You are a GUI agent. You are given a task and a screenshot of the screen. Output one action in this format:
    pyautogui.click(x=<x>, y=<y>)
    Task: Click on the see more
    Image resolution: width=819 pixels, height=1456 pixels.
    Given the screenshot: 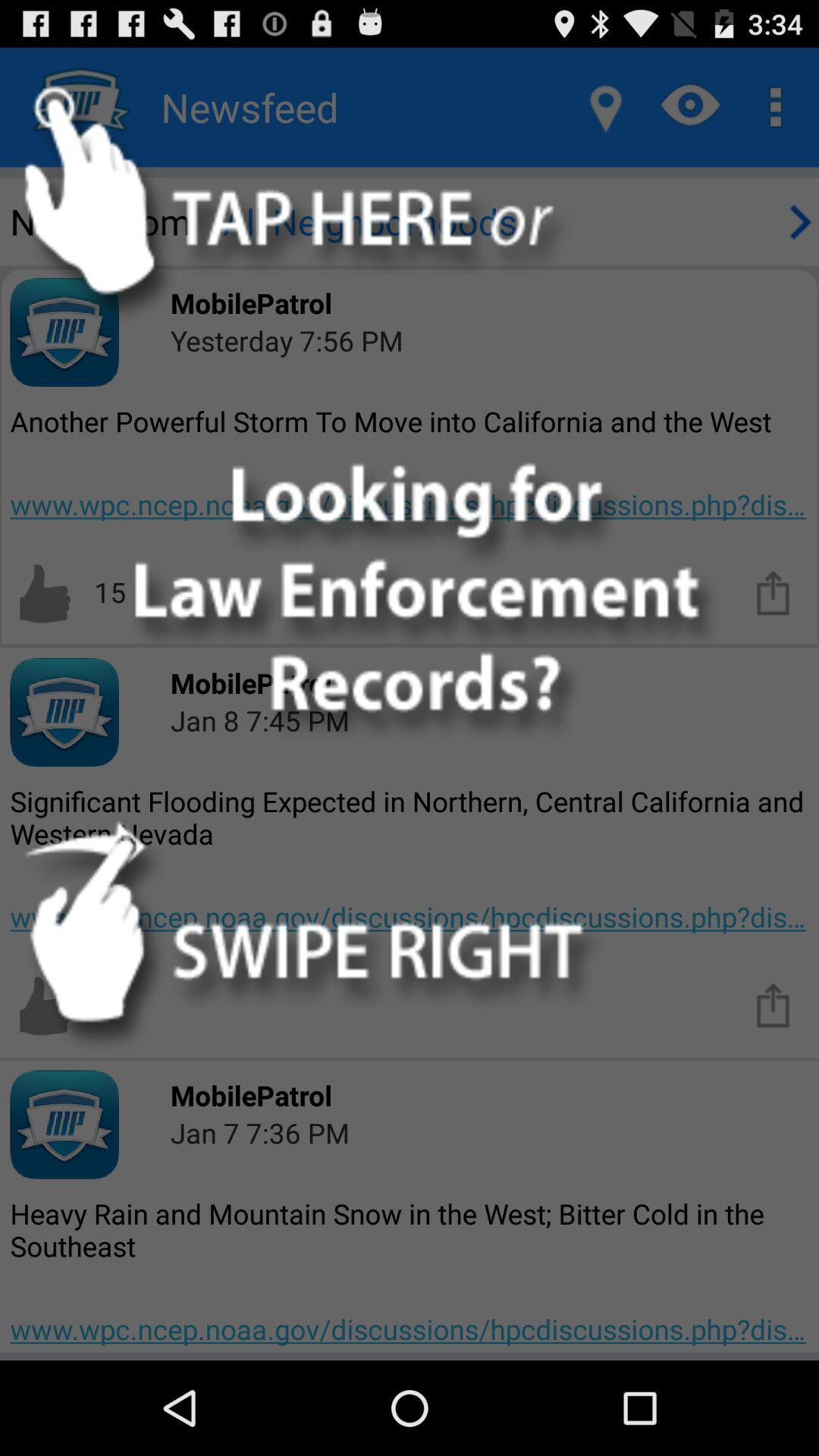 What is the action you would take?
    pyautogui.click(x=773, y=591)
    